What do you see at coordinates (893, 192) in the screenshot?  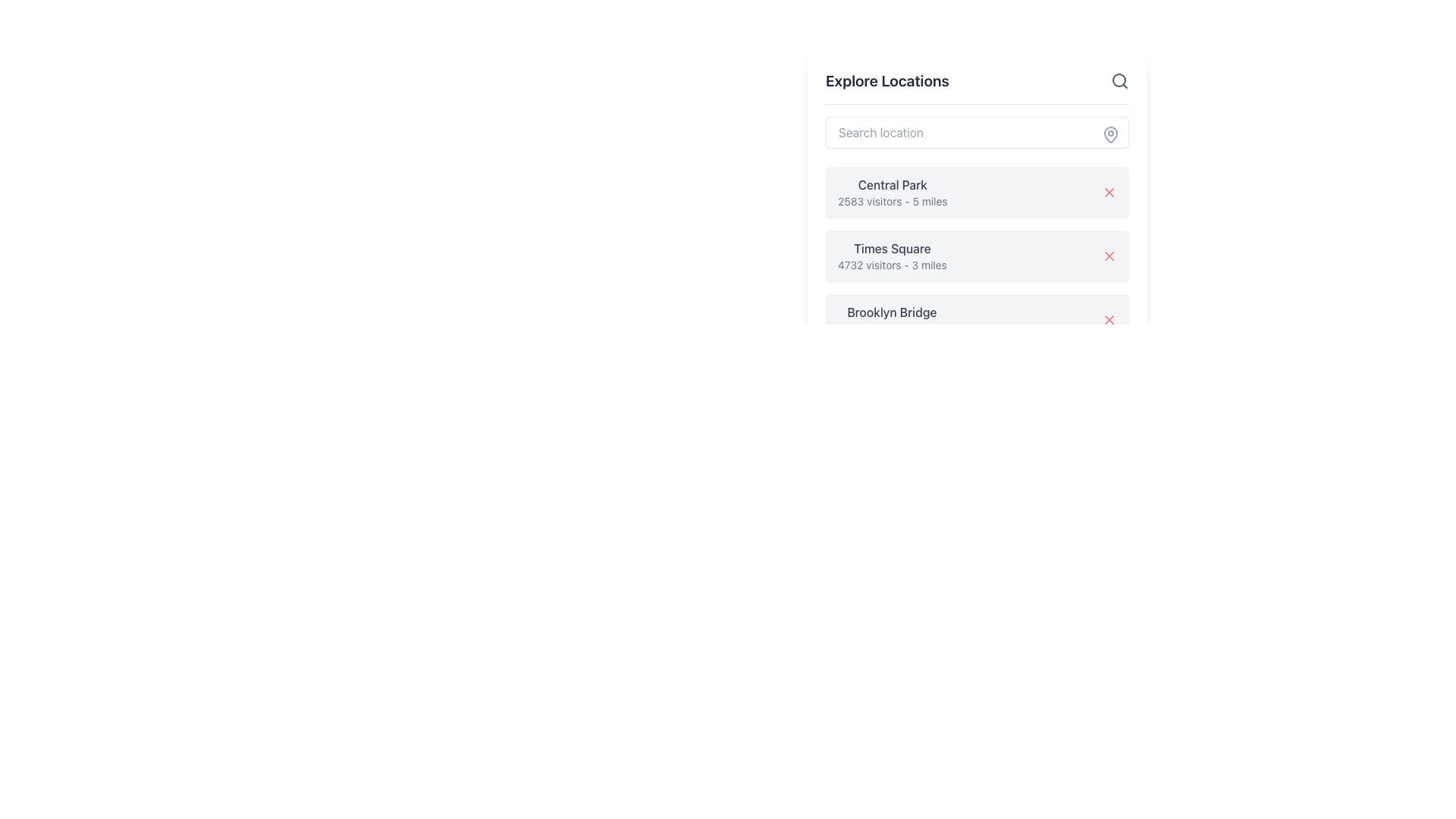 I see `the first entry in the 'Explore Locations' section, which is a Text Information Block displaying location details such as name, visitor count, and distance` at bounding box center [893, 192].